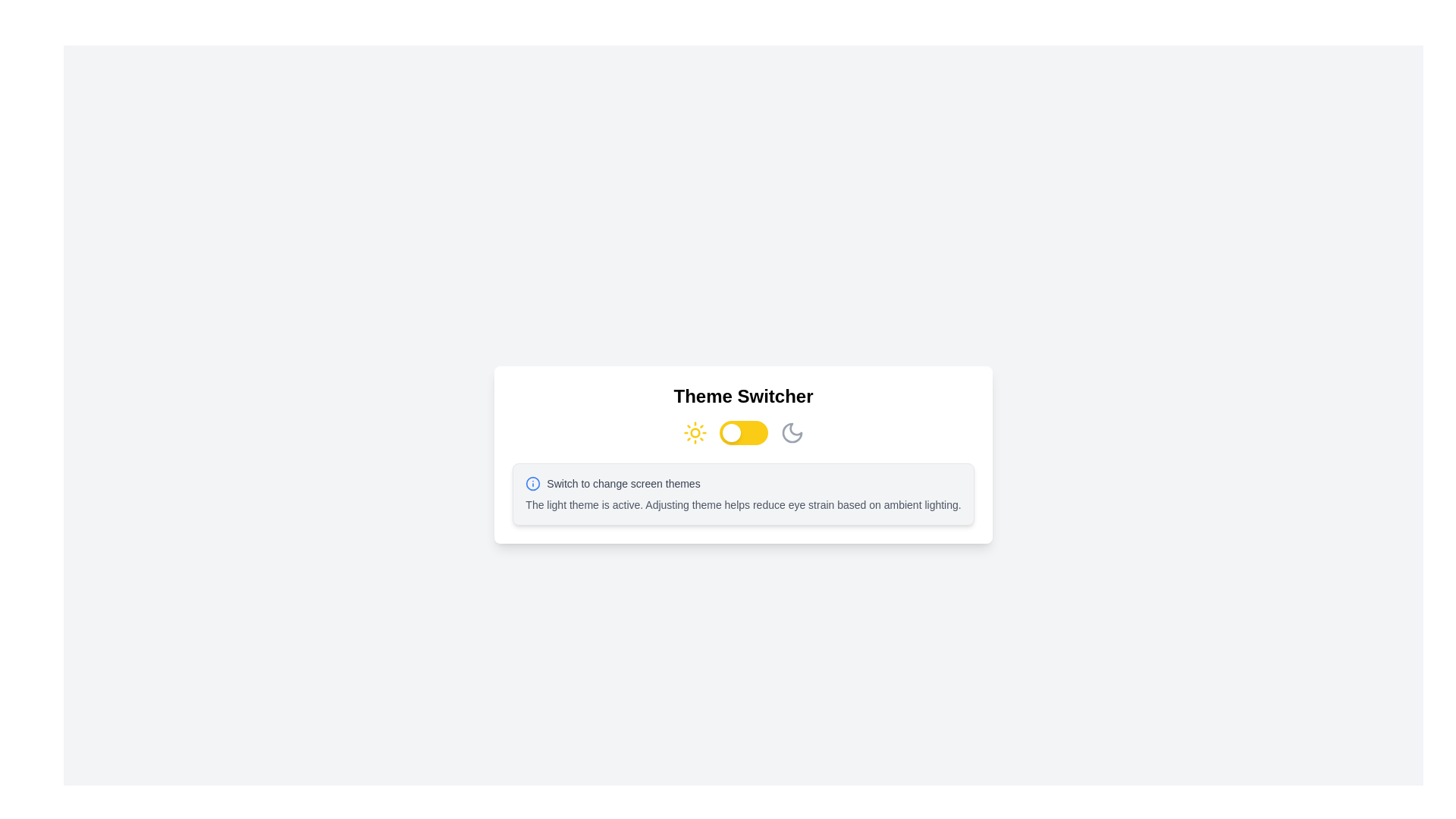  Describe the element at coordinates (623, 483) in the screenshot. I see `the informational text label that describes the purpose of the adjacent theme switcher` at that location.